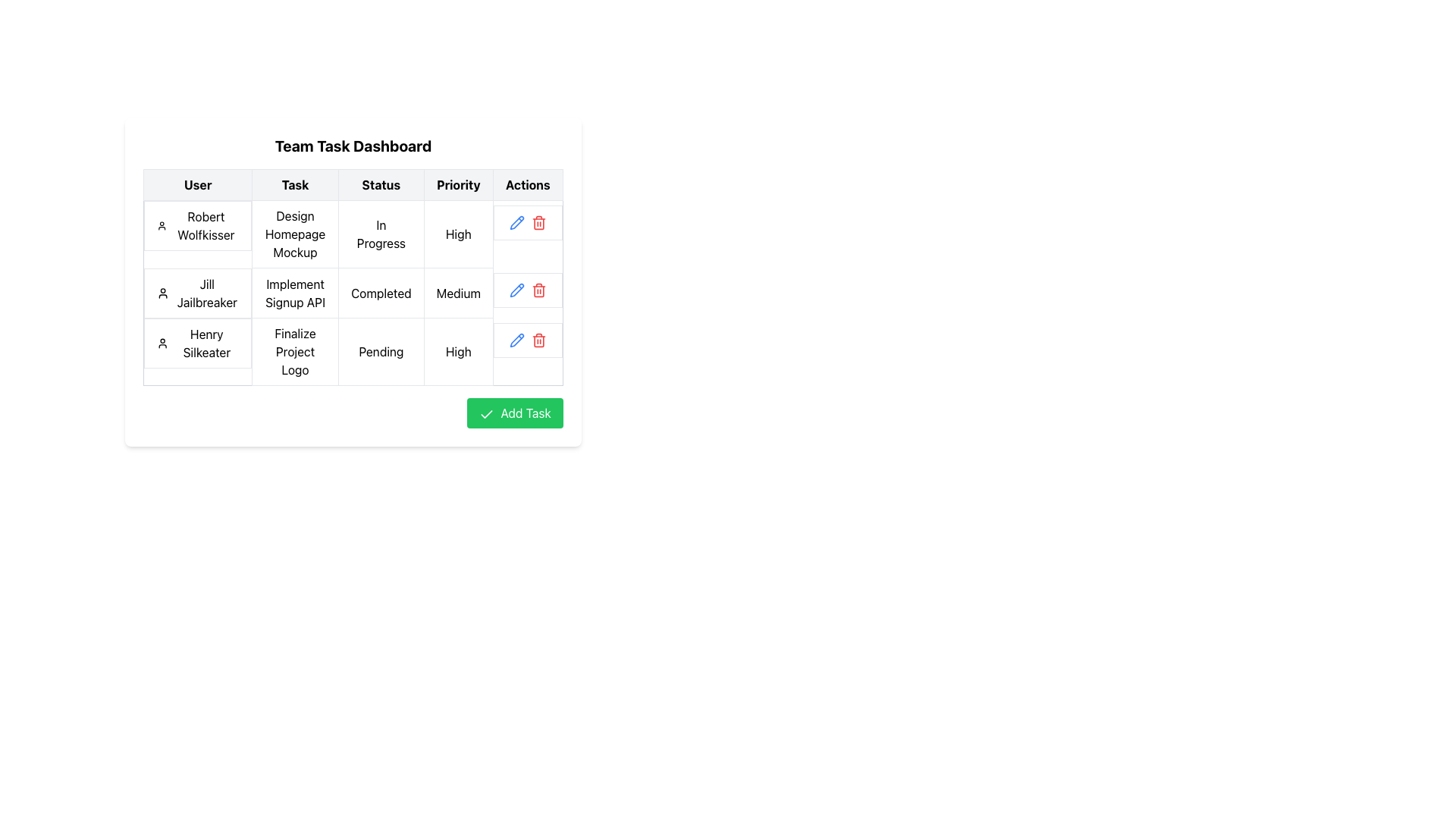  Describe the element at coordinates (352, 278) in the screenshot. I see `the table cell located within the 'Team Task Dashboard' to interact with the data presented for a team member` at that location.